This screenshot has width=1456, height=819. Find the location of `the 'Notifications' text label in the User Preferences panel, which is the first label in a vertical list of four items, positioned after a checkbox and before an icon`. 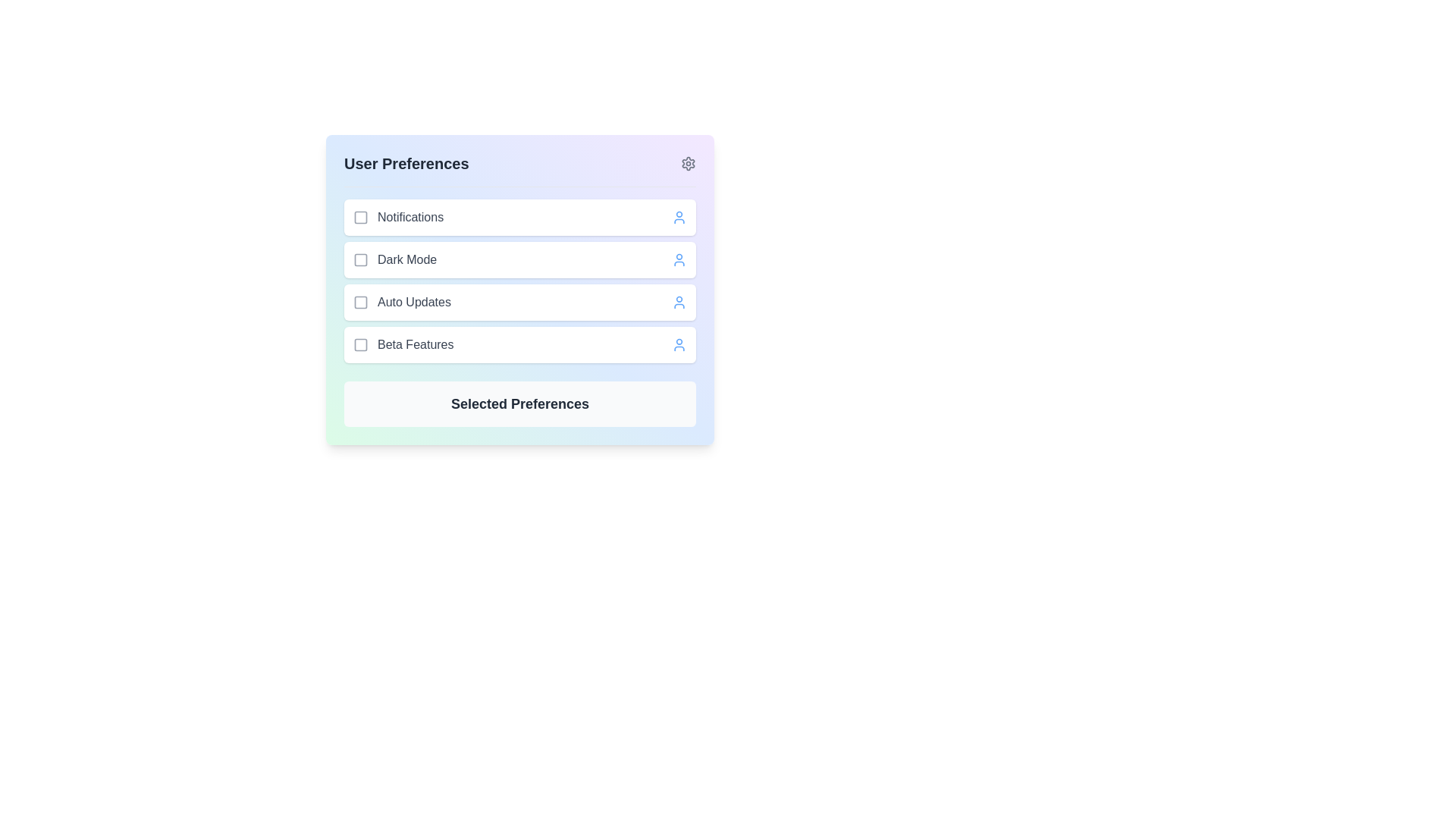

the 'Notifications' text label in the User Preferences panel, which is the first label in a vertical list of four items, positioned after a checkbox and before an icon is located at coordinates (410, 217).